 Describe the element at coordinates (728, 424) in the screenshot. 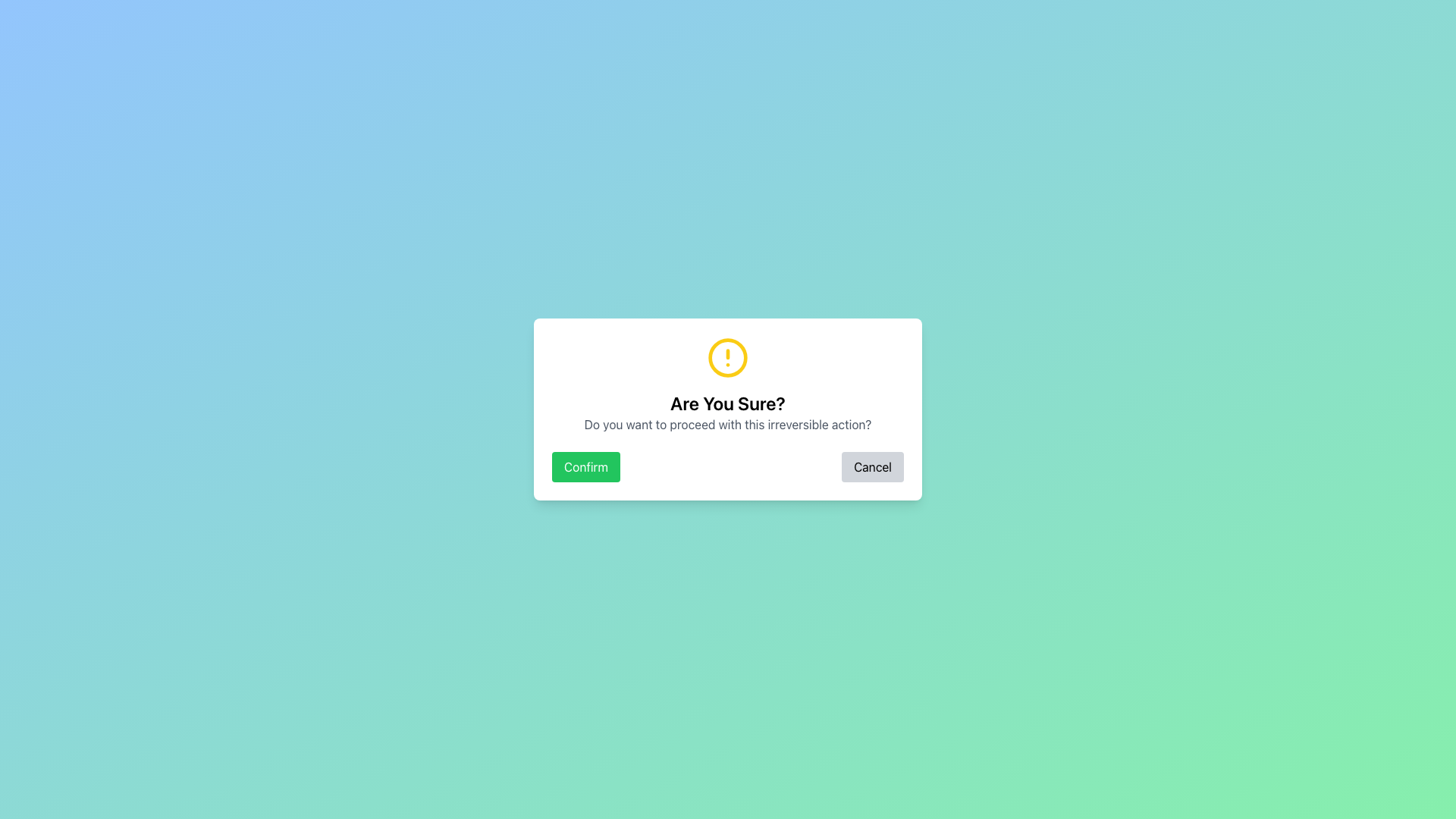

I see `the static text element that reads 'Do you want to proceed with this irreversible action?', which is styled with a gray font and located below the title 'Are You Sure?' in a modal structure` at that location.